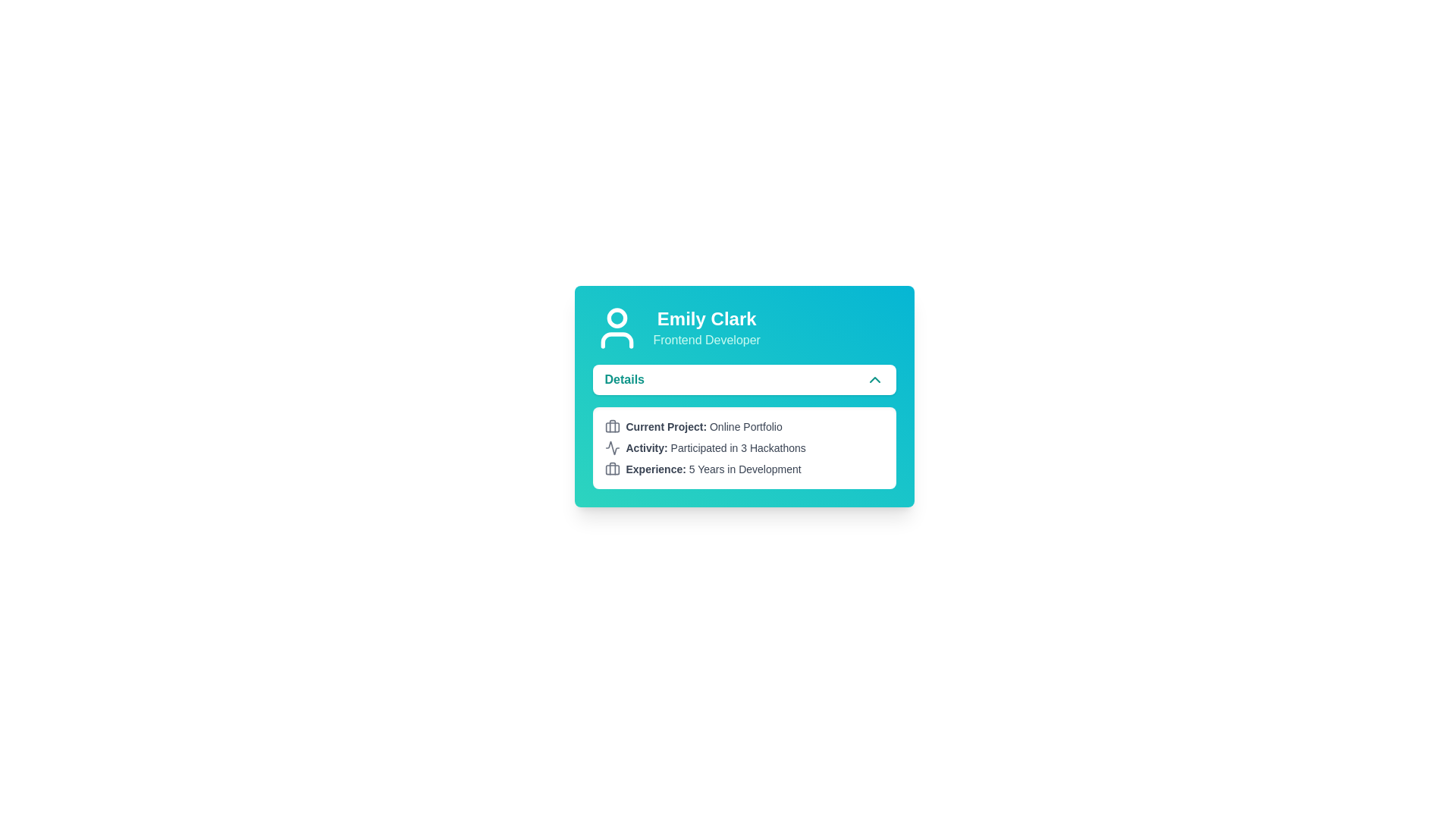 The height and width of the screenshot is (819, 1456). I want to click on the text display element showing 'Emily Clark' in bold, large white font on a turquoise background, which is located in the upper left side of the card component, so click(706, 318).